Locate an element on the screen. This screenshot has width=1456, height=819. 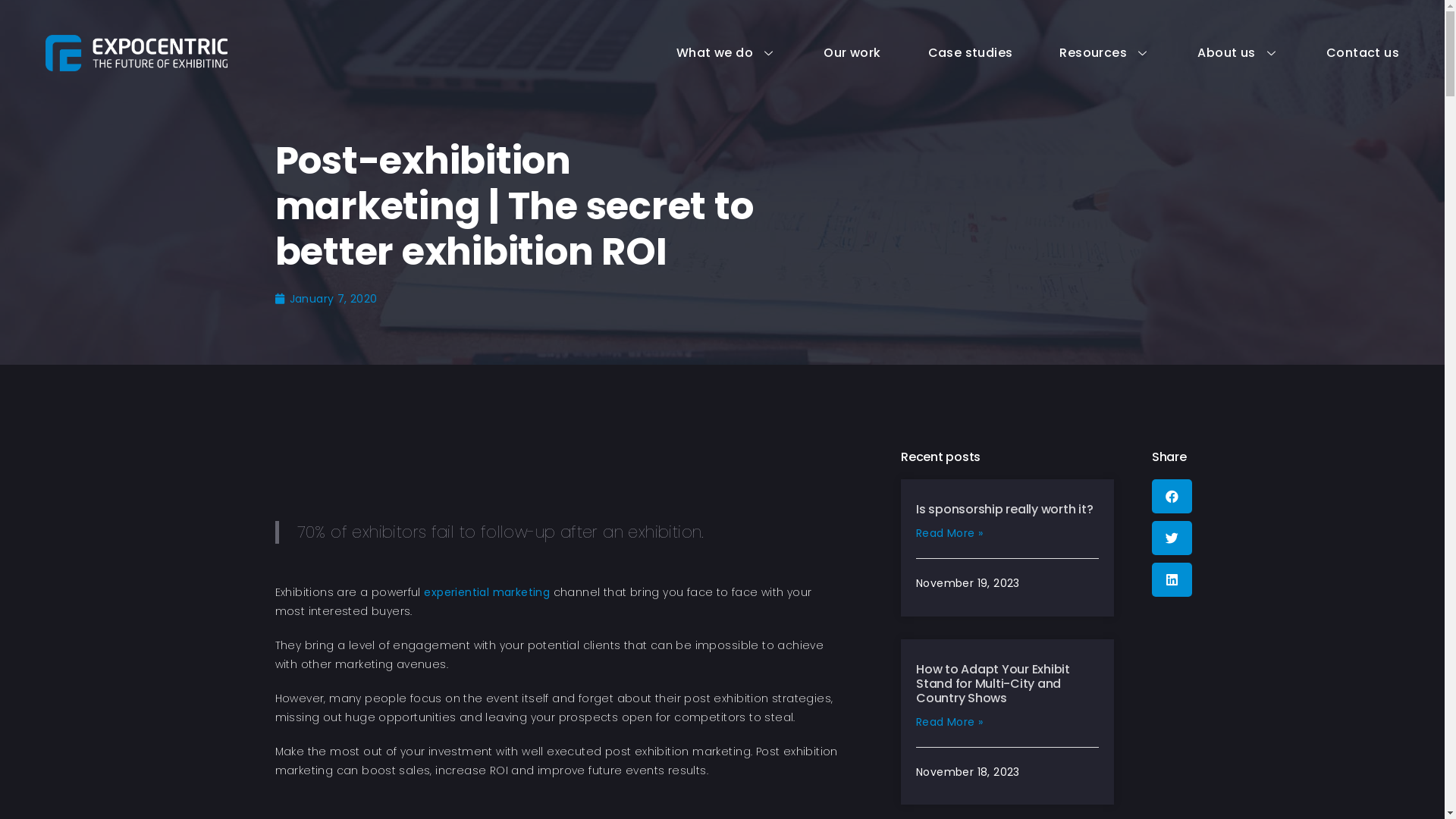
'Our work' is located at coordinates (827, 52).